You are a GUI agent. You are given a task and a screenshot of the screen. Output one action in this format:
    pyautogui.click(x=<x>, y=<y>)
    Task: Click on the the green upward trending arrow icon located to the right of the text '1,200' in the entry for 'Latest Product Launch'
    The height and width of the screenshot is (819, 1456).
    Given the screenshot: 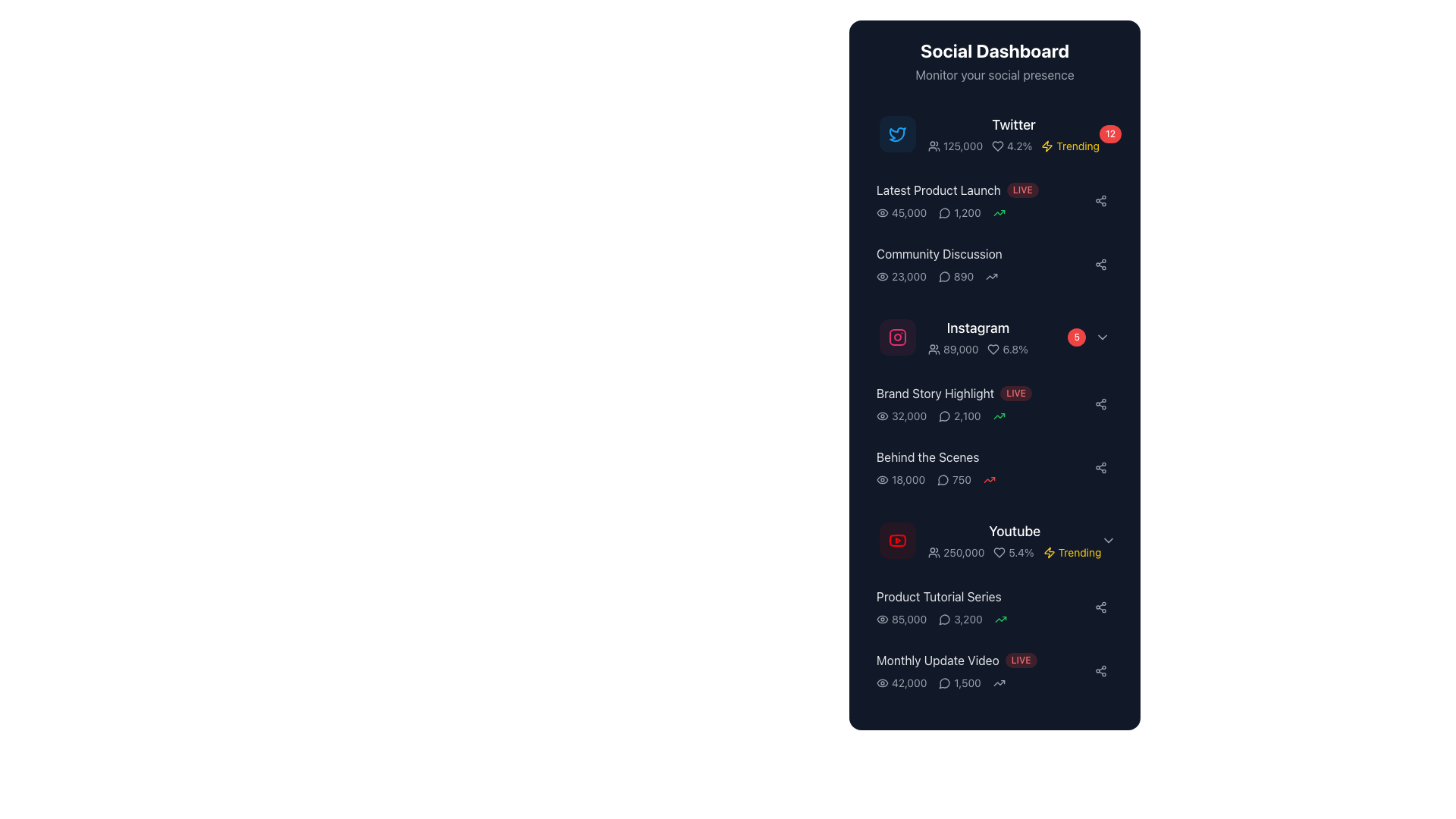 What is the action you would take?
    pyautogui.click(x=999, y=213)
    